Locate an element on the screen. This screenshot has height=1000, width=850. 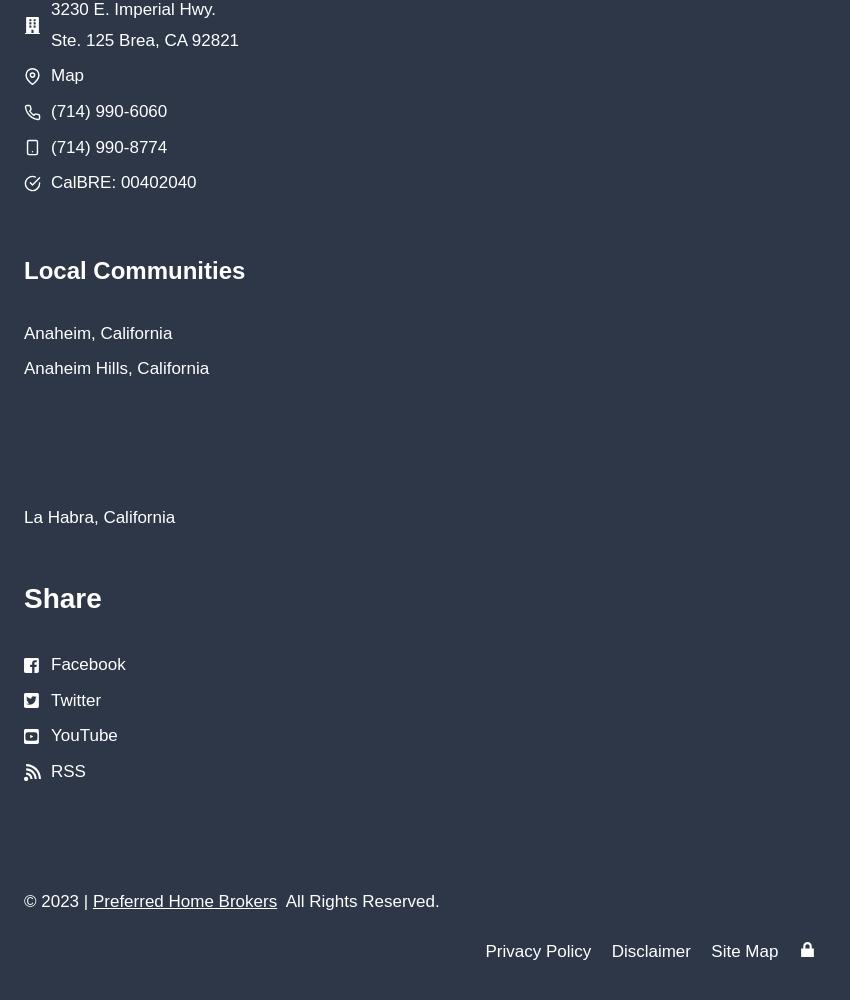
'Map' is located at coordinates (51, 74).